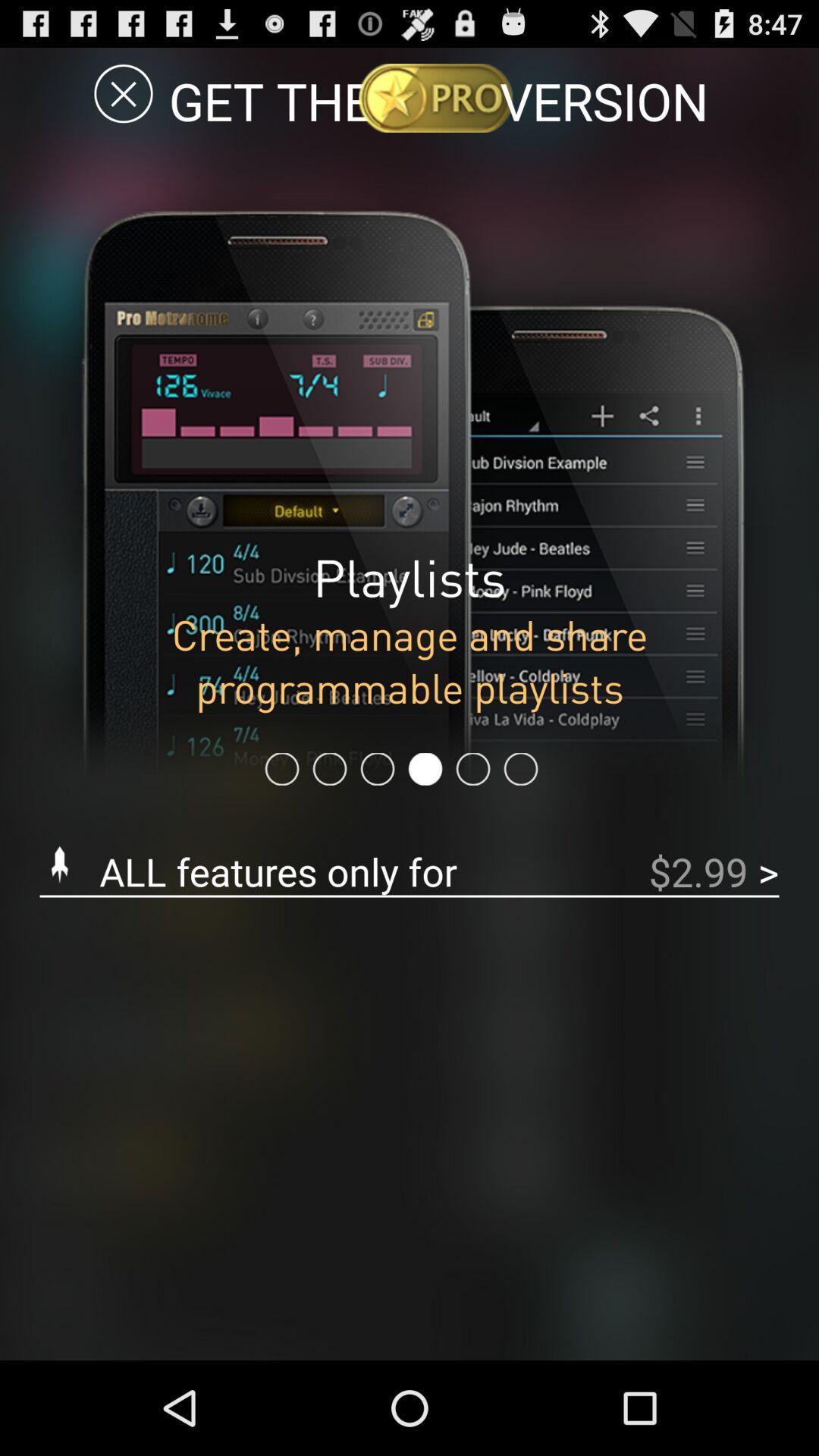  What do you see at coordinates (123, 93) in the screenshot?
I see `the icon next to get the app` at bounding box center [123, 93].